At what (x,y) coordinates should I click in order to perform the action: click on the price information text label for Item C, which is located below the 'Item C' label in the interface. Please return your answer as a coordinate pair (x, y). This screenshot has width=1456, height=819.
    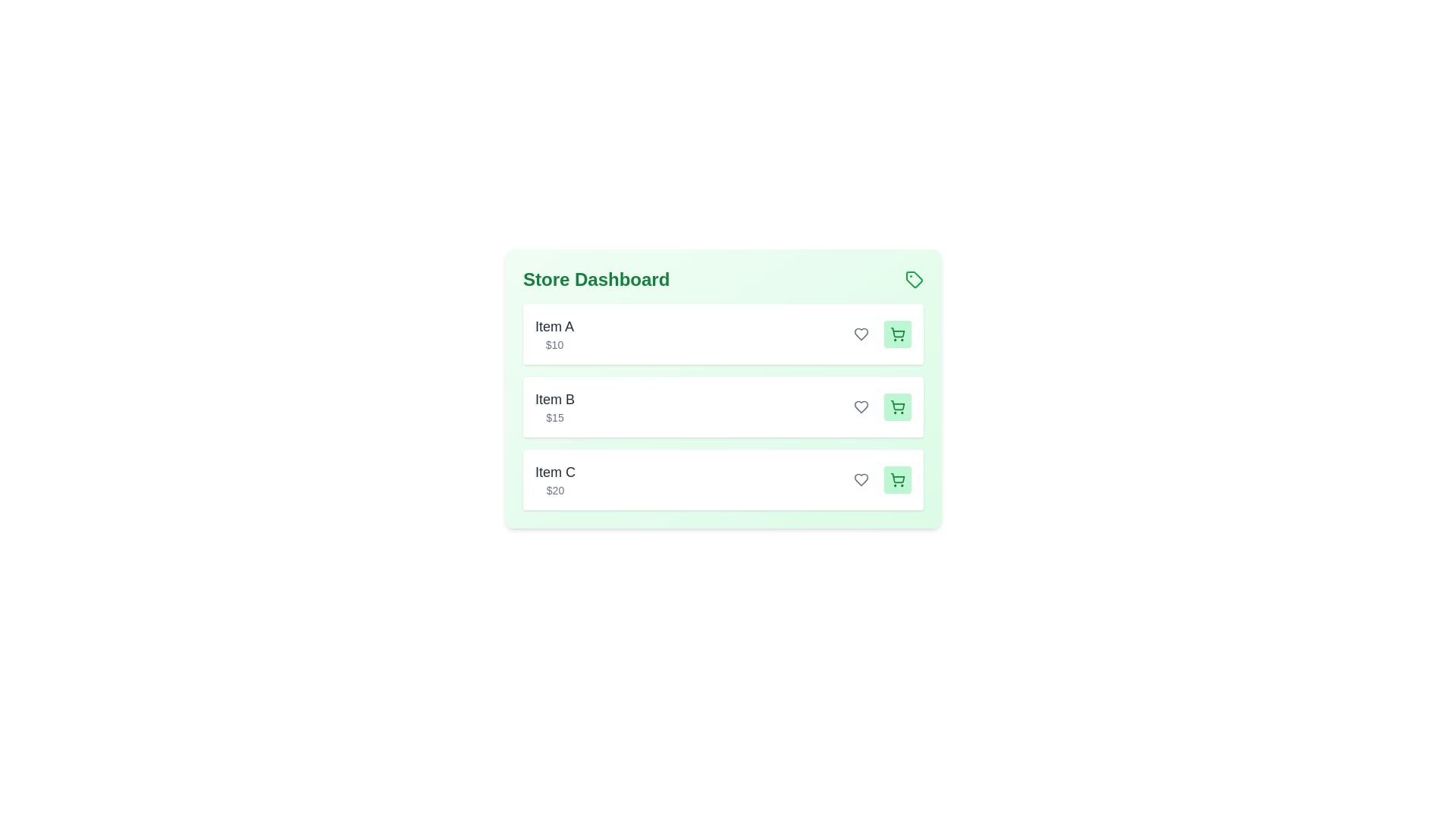
    Looking at the image, I should click on (554, 491).